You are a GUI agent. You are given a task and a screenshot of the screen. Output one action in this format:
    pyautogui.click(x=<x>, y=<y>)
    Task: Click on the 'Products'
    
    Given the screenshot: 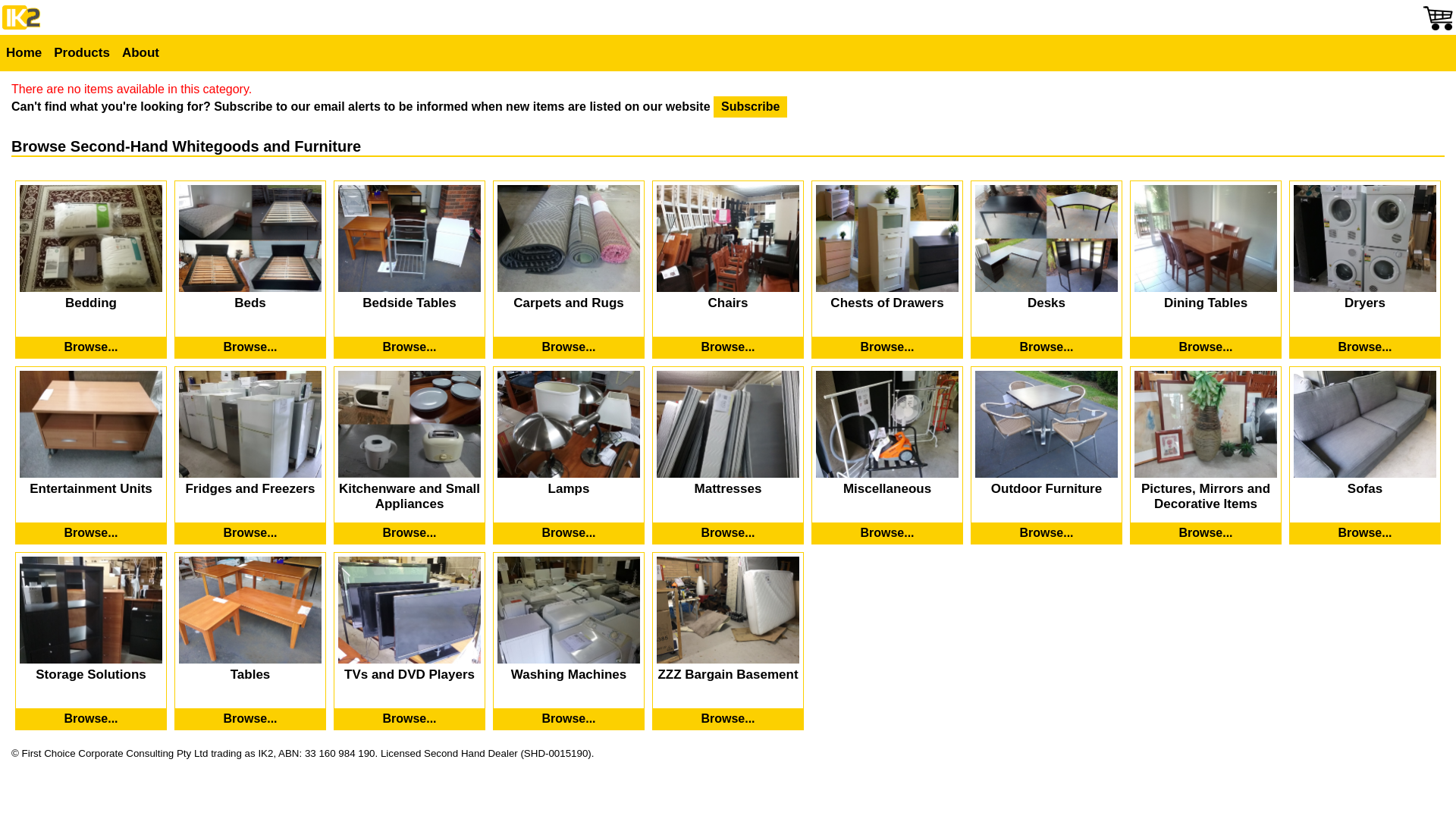 What is the action you would take?
    pyautogui.click(x=80, y=52)
    